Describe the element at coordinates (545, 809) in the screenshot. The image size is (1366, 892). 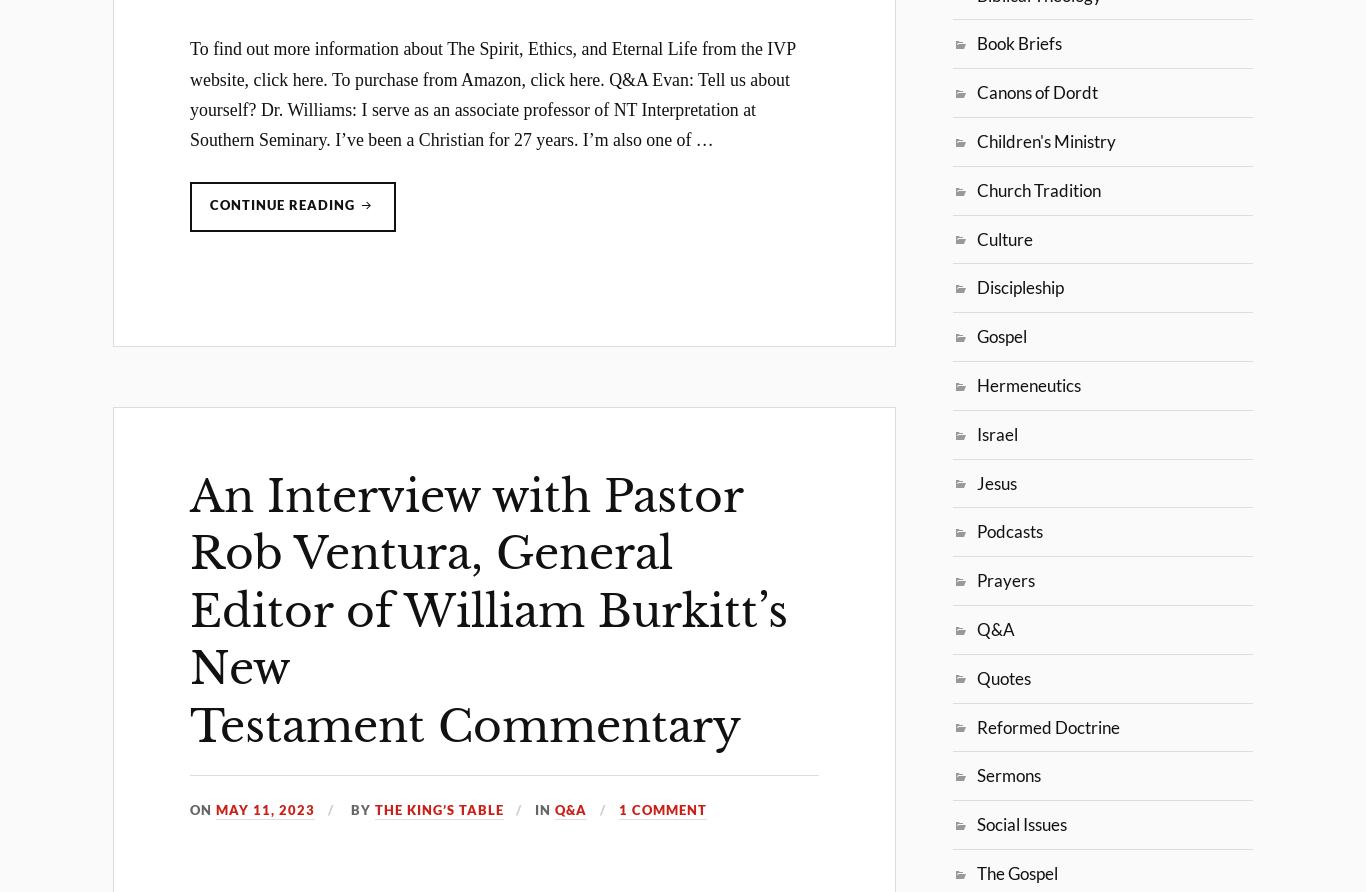
I see `'In'` at that location.